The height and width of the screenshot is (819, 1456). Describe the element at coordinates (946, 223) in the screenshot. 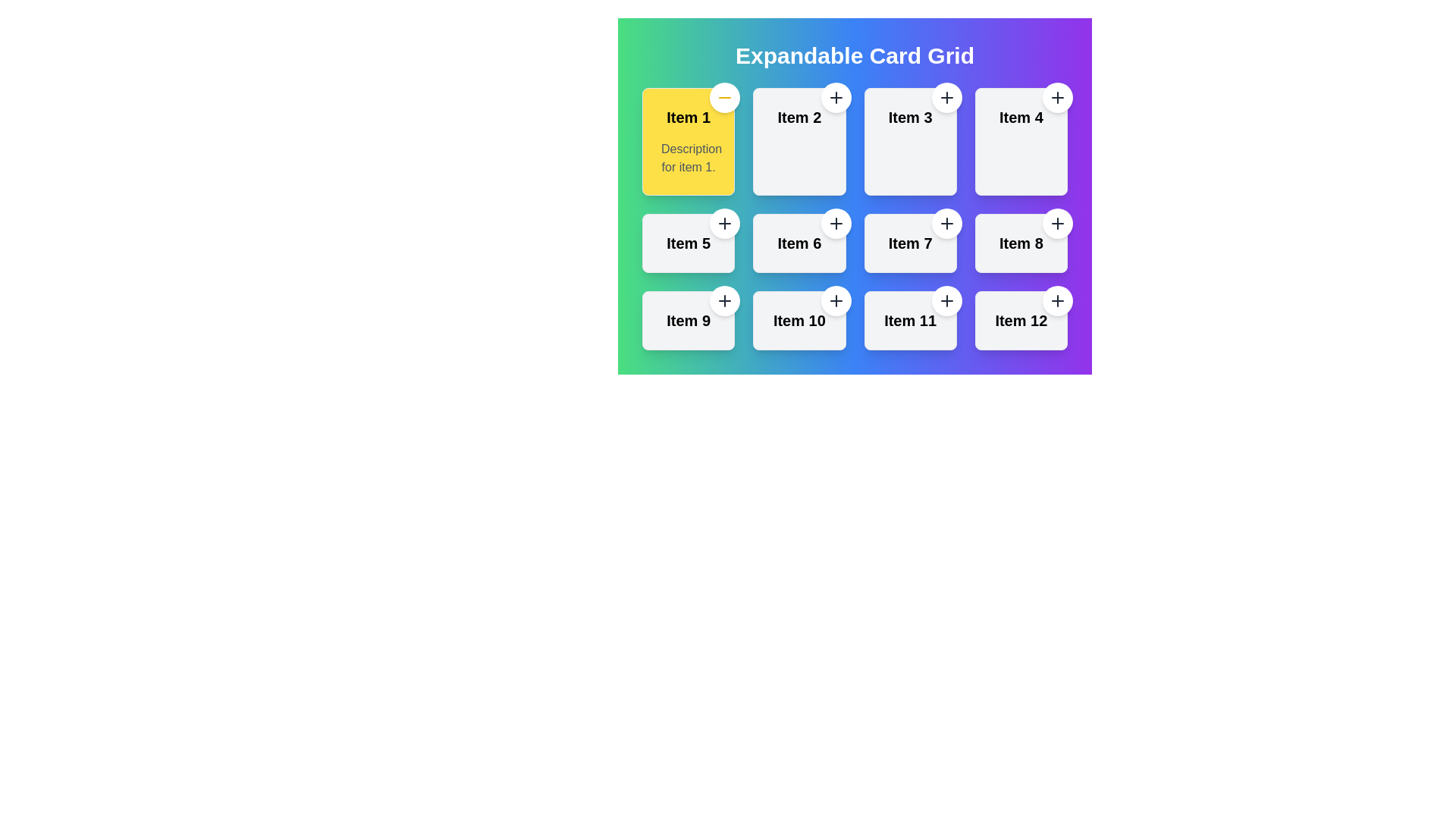

I see `the plus icon located in the top-right corner of the 'Item 7' card to initiate an add or expand action` at that location.